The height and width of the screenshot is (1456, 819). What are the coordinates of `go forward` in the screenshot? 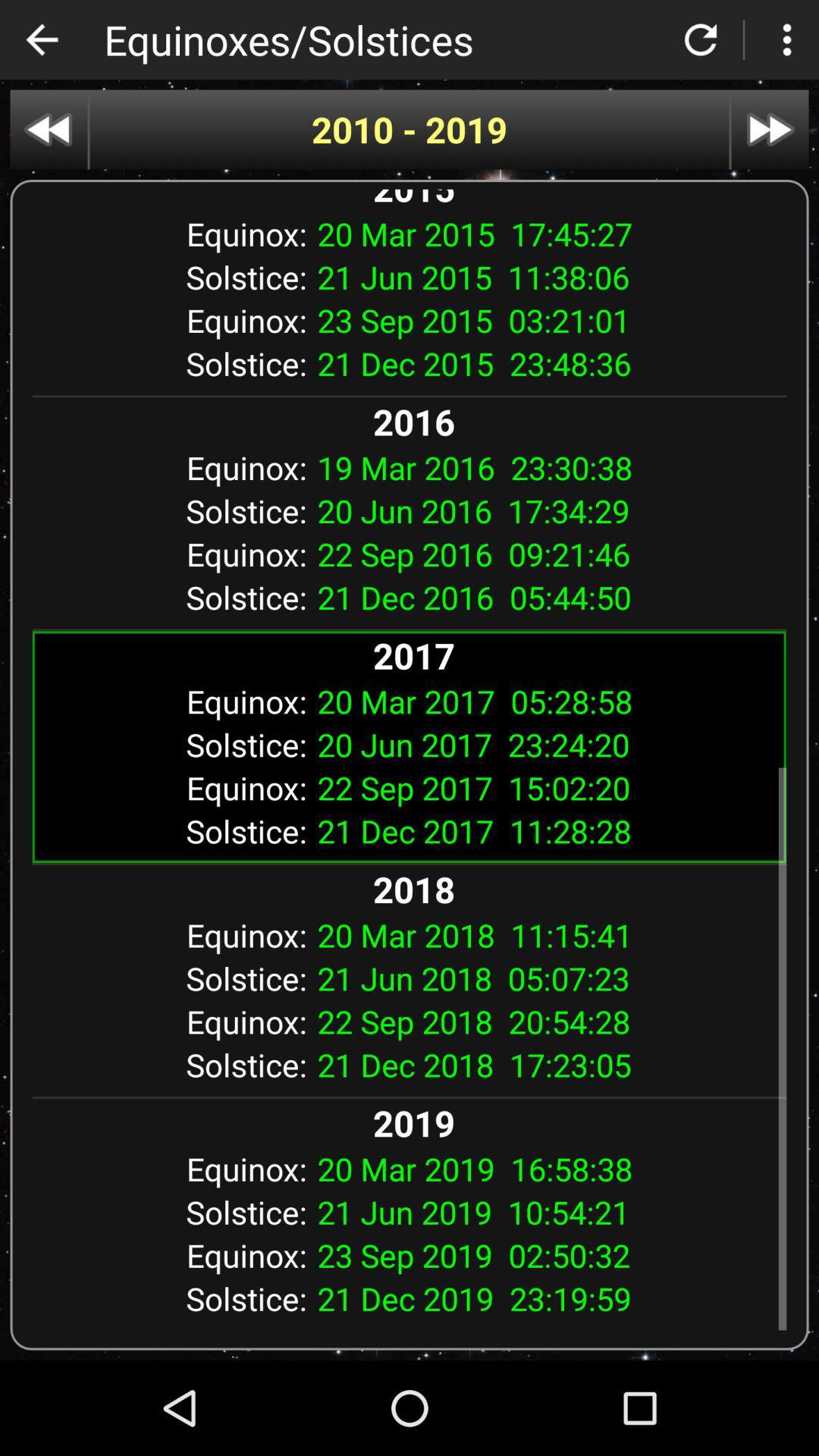 It's located at (770, 130).